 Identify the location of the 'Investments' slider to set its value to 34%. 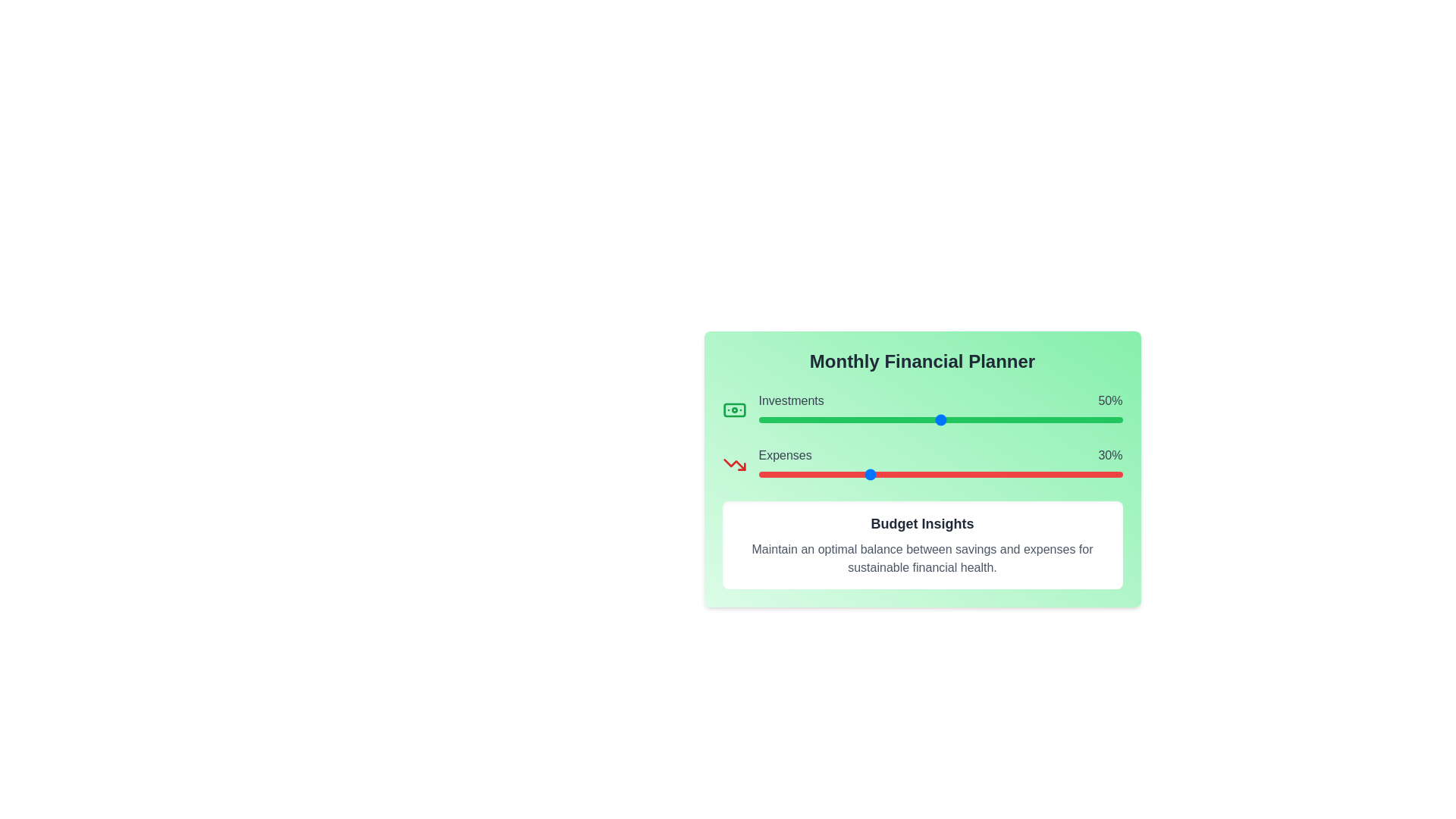
(882, 420).